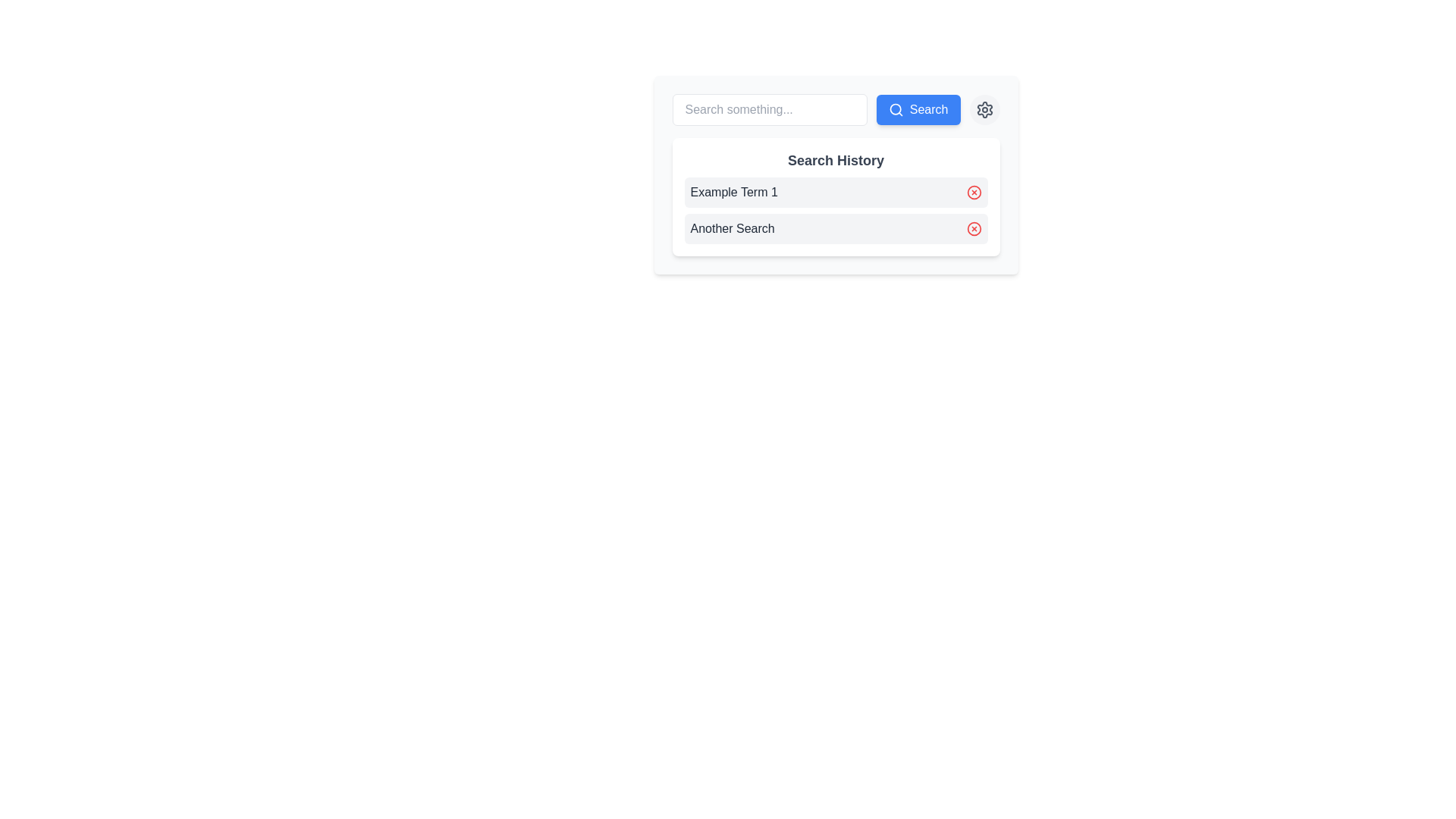  Describe the element at coordinates (984, 109) in the screenshot. I see `the gear-shaped icon button located in the top-right corner of the interface` at that location.